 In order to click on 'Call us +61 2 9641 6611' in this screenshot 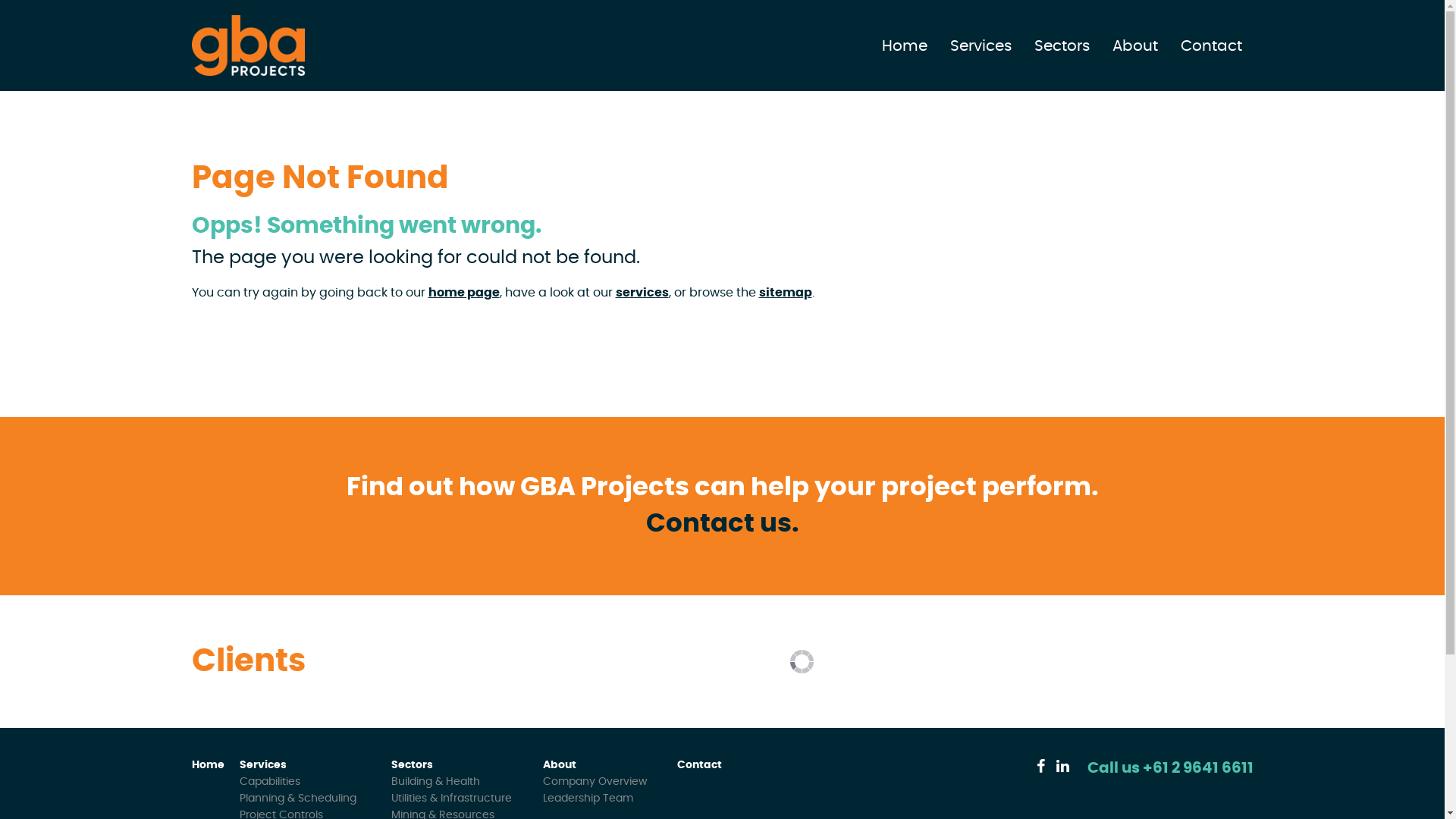, I will do `click(1169, 768)`.